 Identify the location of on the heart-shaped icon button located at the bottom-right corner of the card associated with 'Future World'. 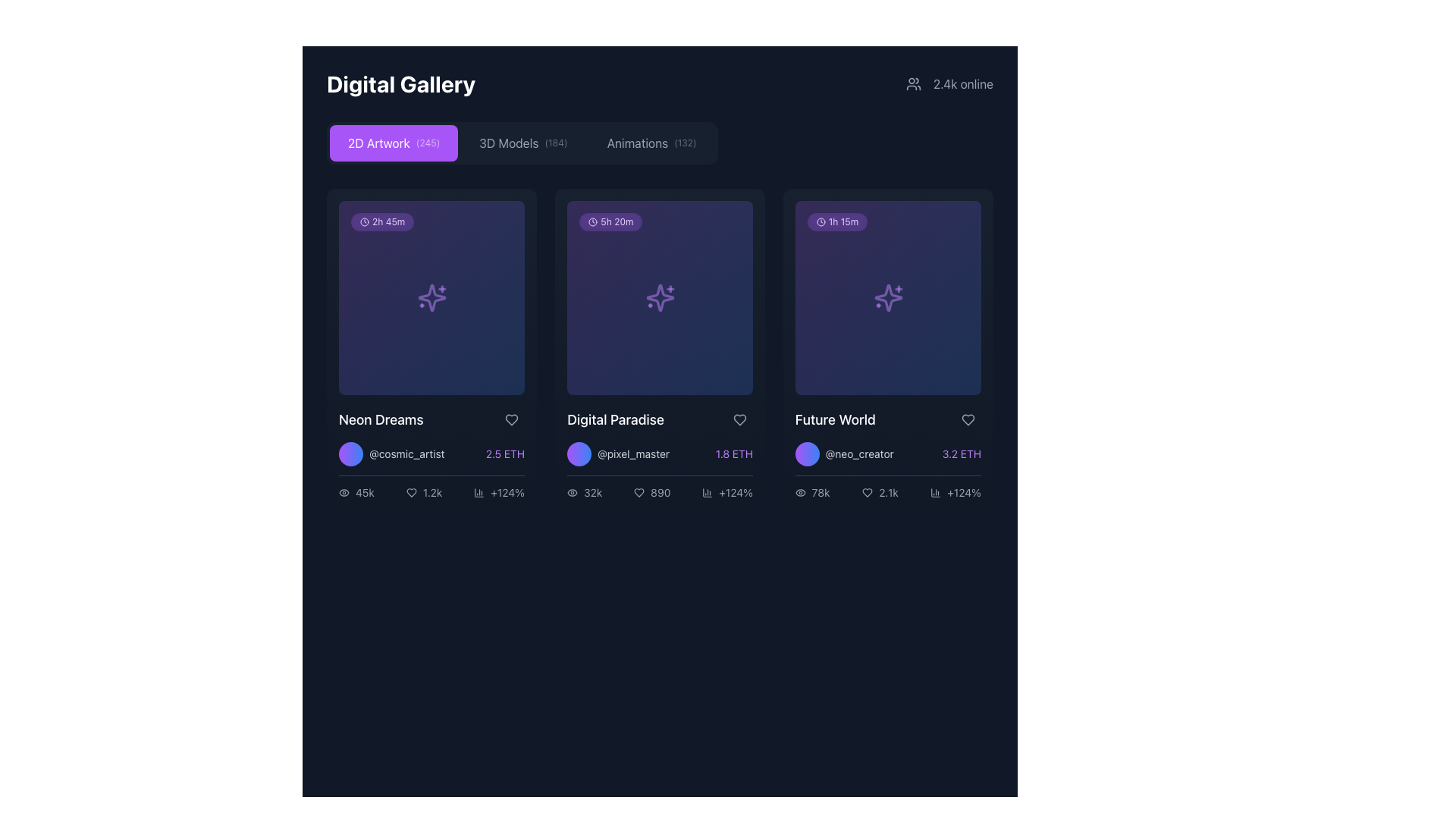
(967, 420).